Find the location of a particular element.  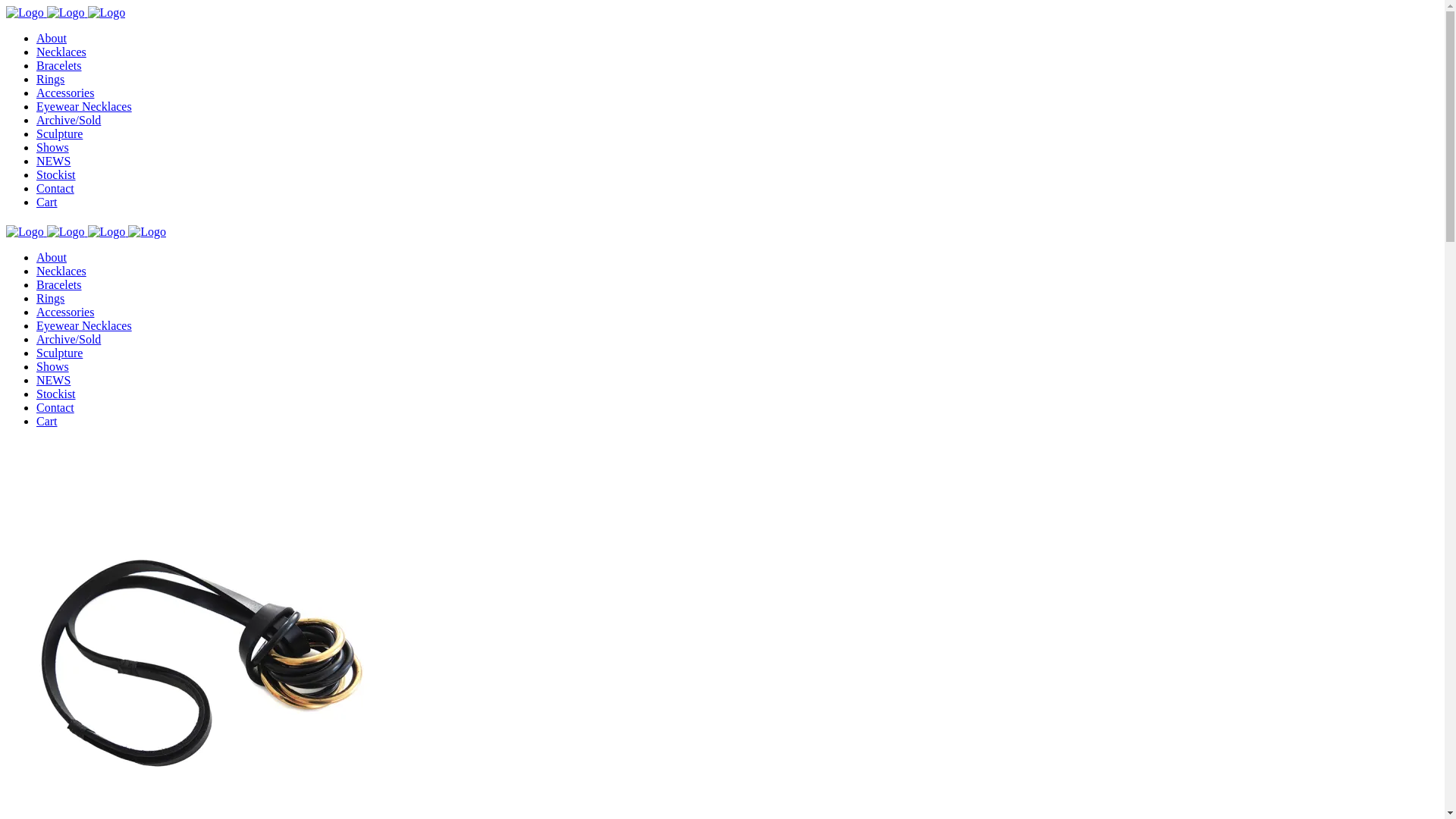

'Bracelets' is located at coordinates (58, 64).